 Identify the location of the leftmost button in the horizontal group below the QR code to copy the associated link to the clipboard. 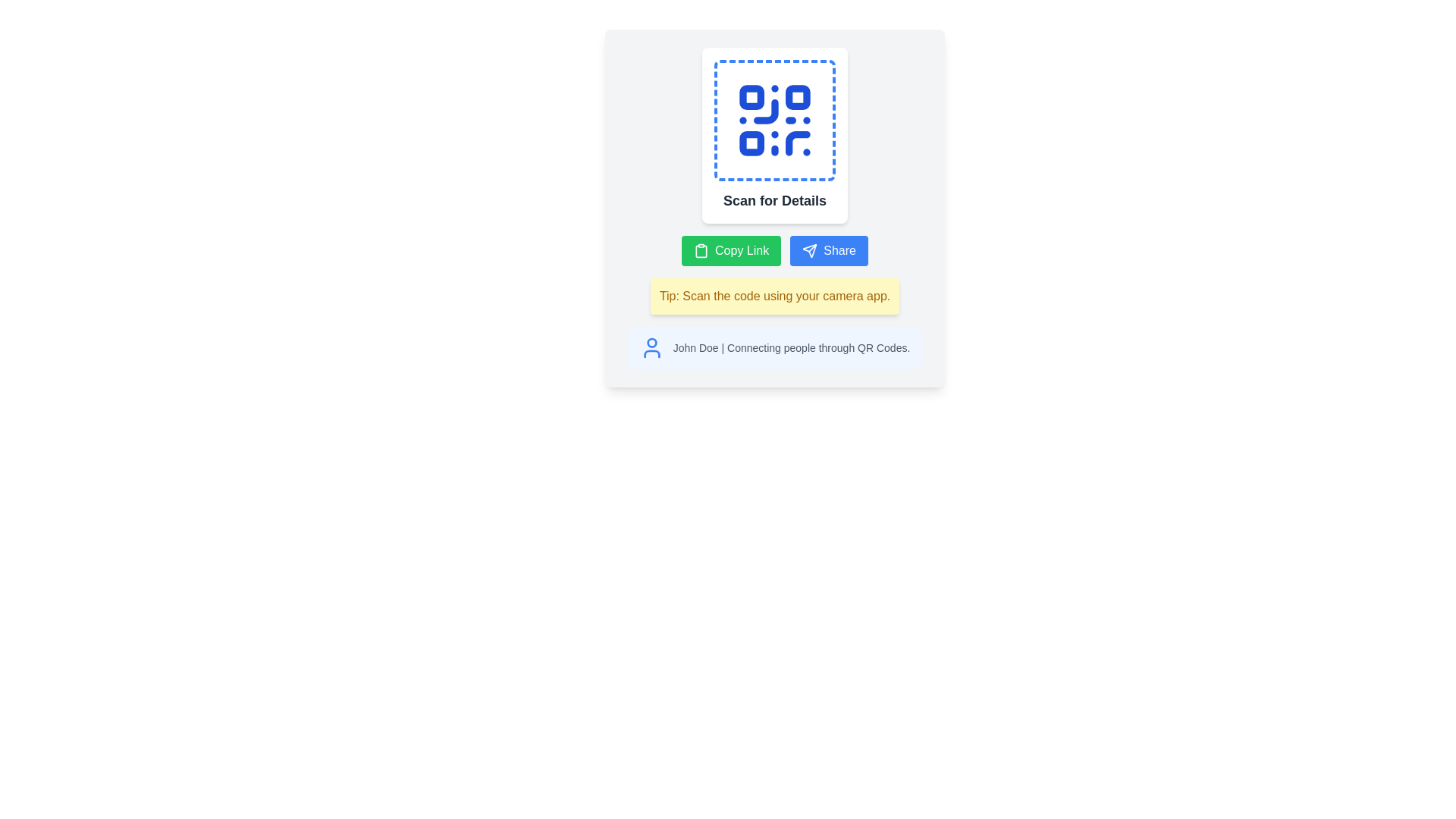
(731, 250).